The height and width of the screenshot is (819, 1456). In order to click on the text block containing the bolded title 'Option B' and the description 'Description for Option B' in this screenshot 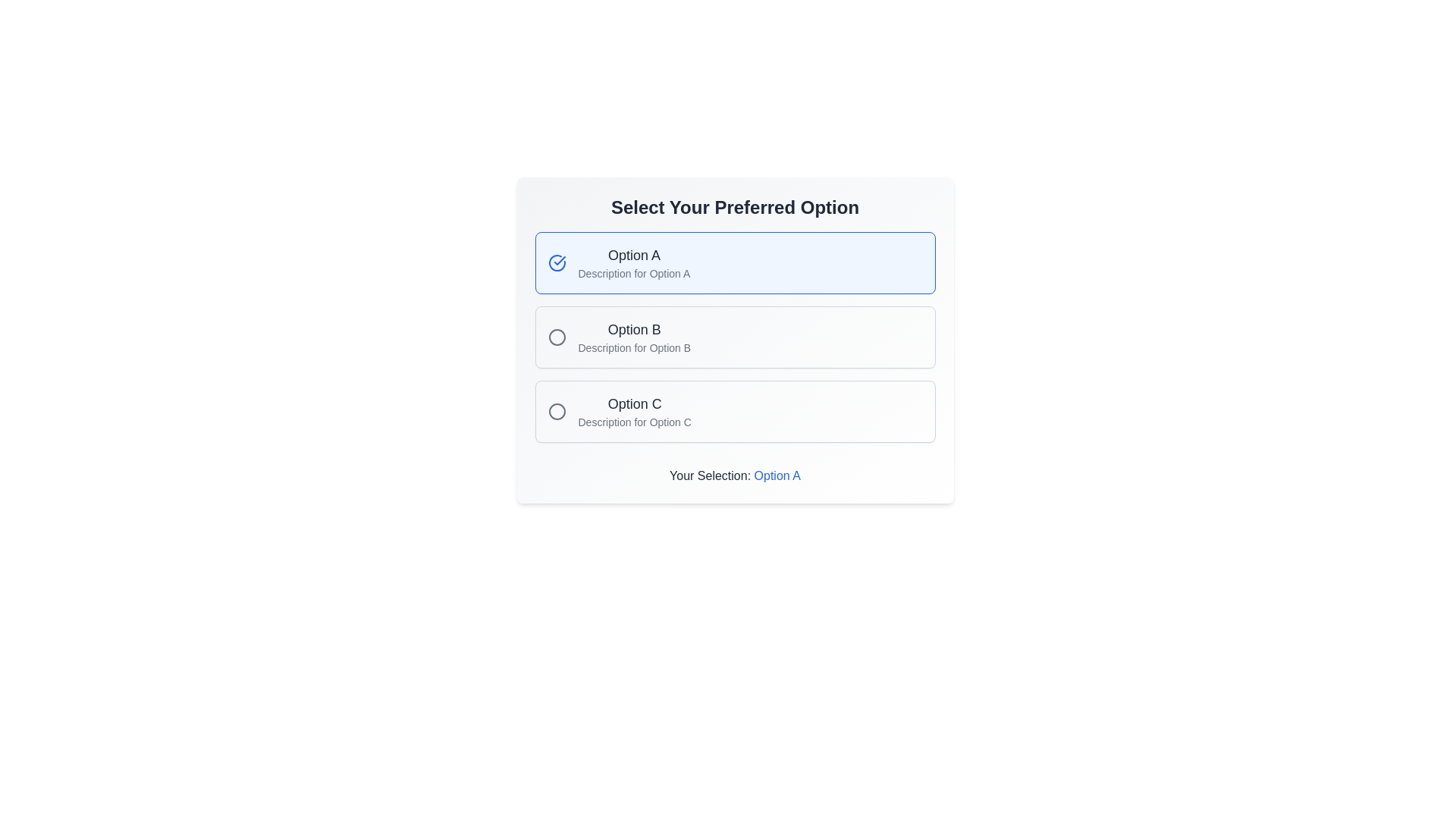, I will do `click(634, 336)`.